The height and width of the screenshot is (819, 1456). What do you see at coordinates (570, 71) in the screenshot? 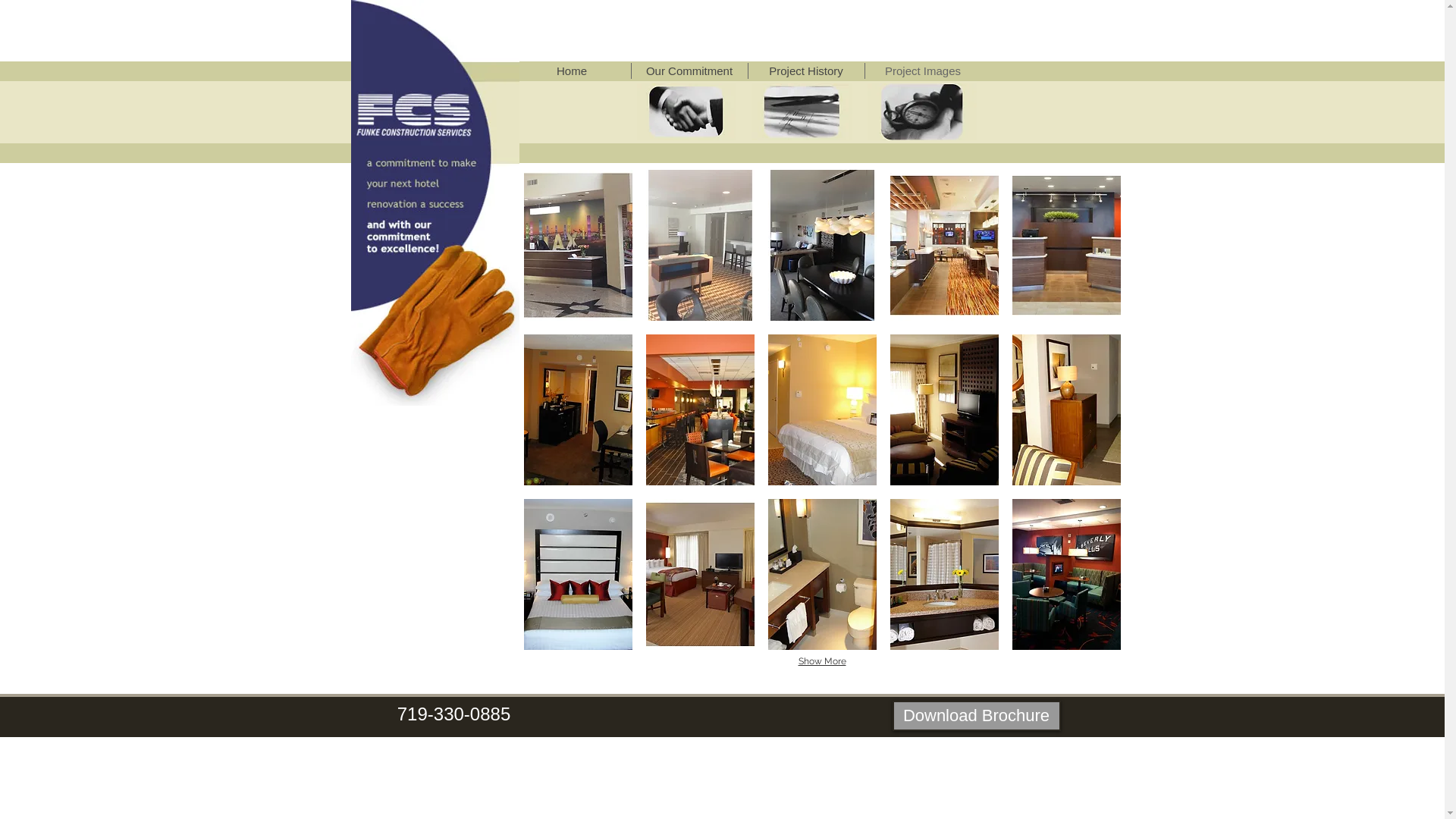
I see `'Home'` at bounding box center [570, 71].